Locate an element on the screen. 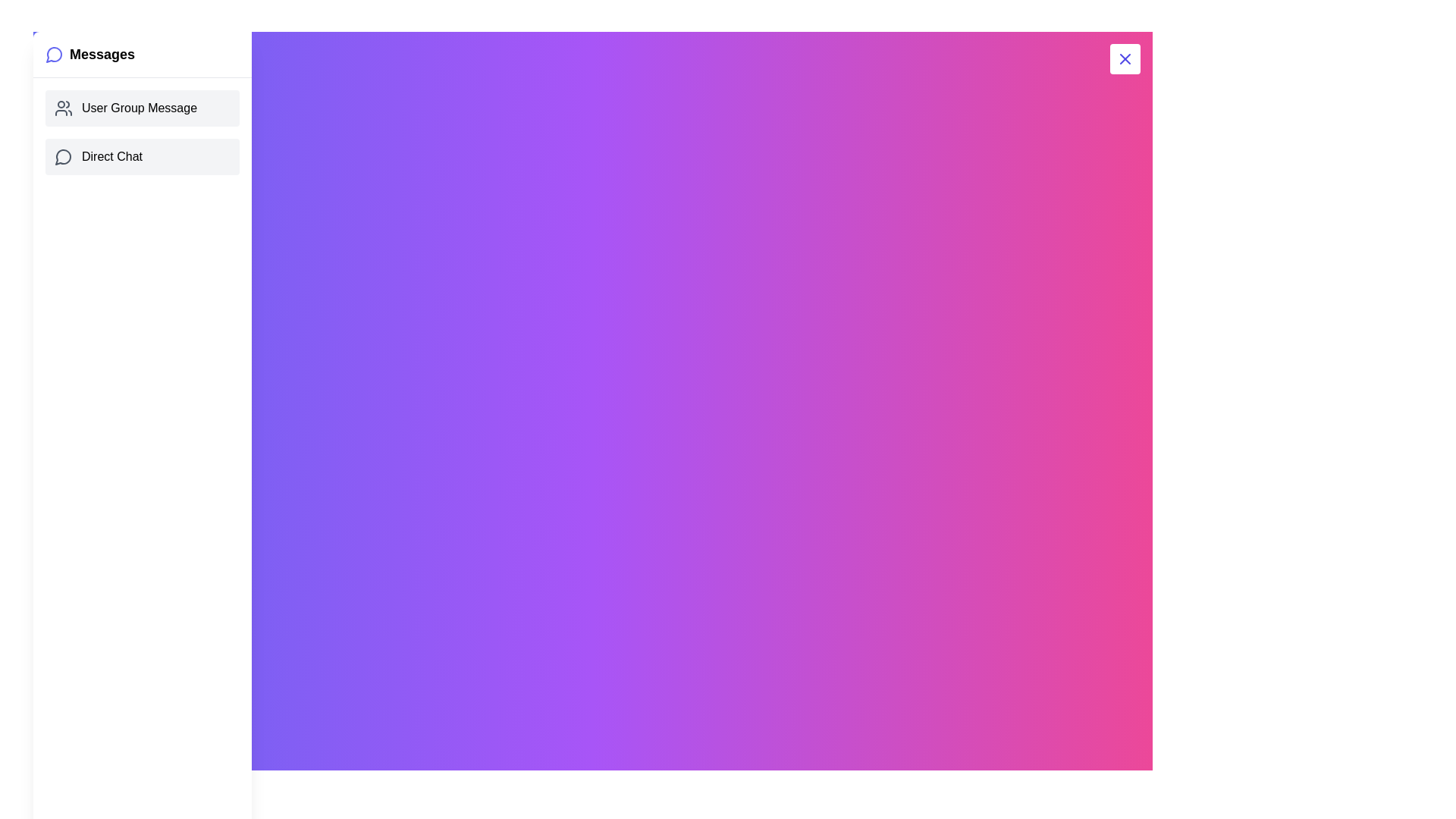 The image size is (1456, 819). the Close Icon, which is an 'X' shaped icon within a small square button located at the top-right corner of the interface, to trigger its visual hover effect is located at coordinates (1125, 58).